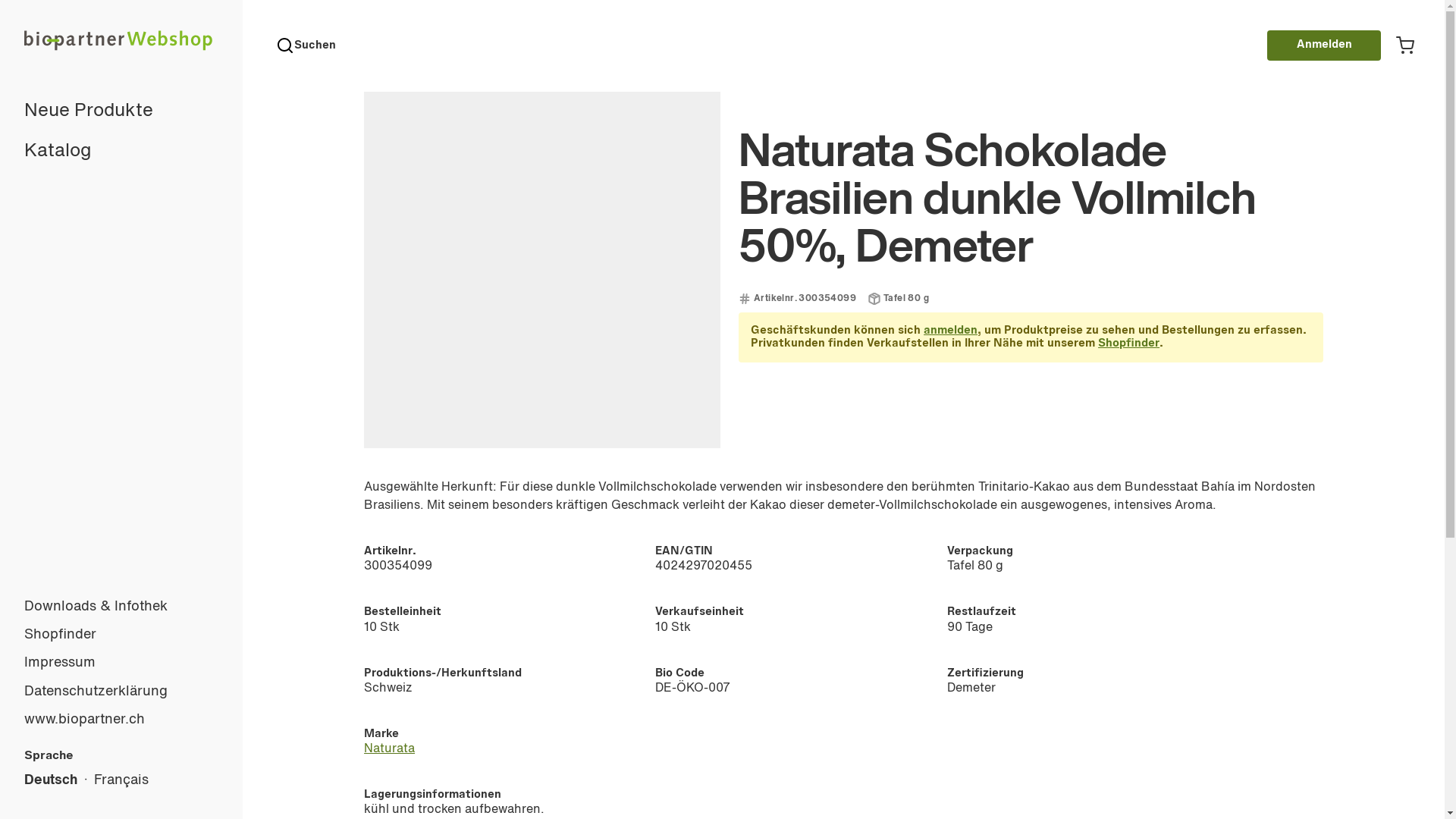 The height and width of the screenshot is (819, 1456). Describe the element at coordinates (1128, 344) in the screenshot. I see `'Shopfinder'` at that location.